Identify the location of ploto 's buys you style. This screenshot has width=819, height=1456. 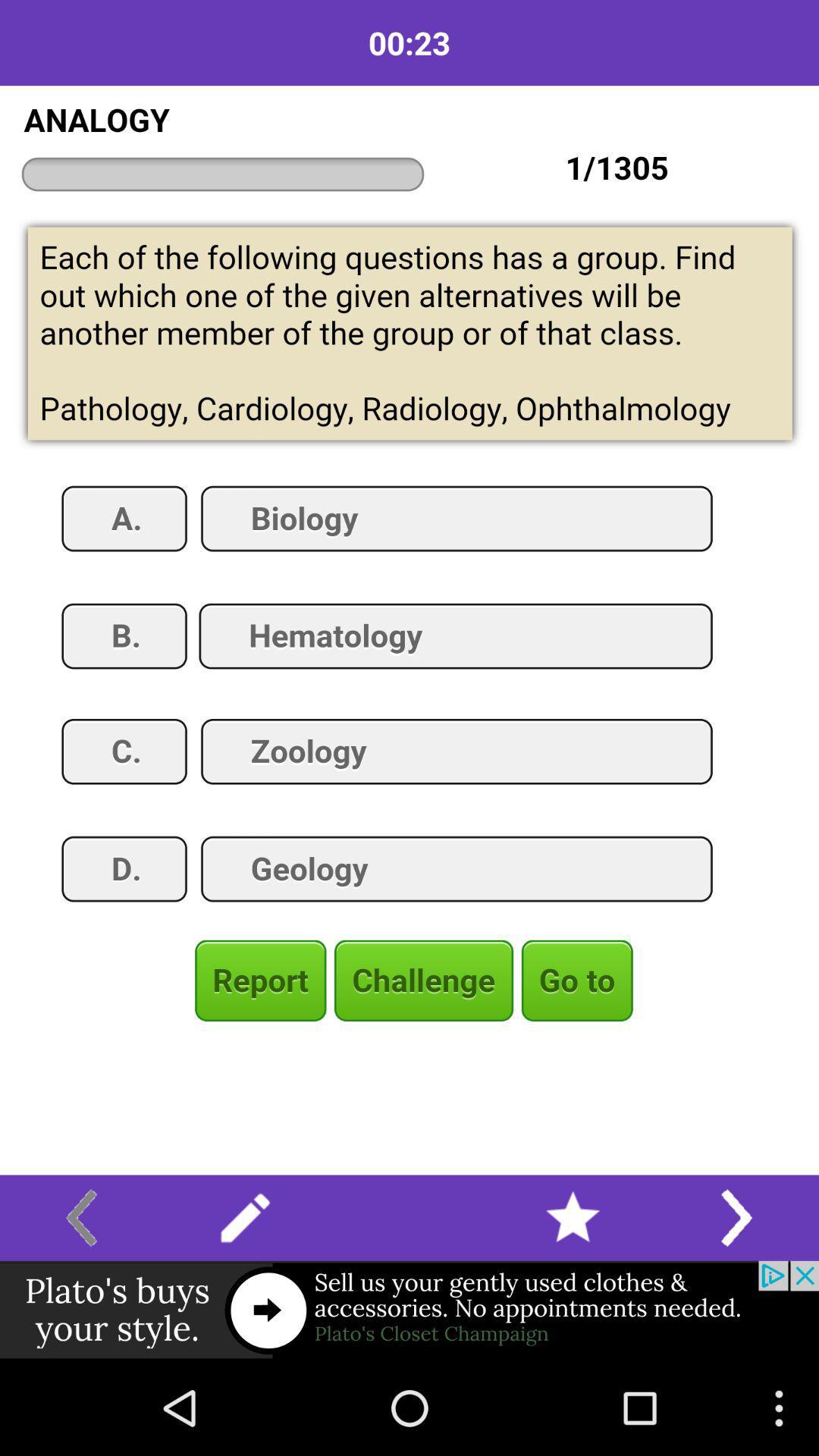
(409, 1310).